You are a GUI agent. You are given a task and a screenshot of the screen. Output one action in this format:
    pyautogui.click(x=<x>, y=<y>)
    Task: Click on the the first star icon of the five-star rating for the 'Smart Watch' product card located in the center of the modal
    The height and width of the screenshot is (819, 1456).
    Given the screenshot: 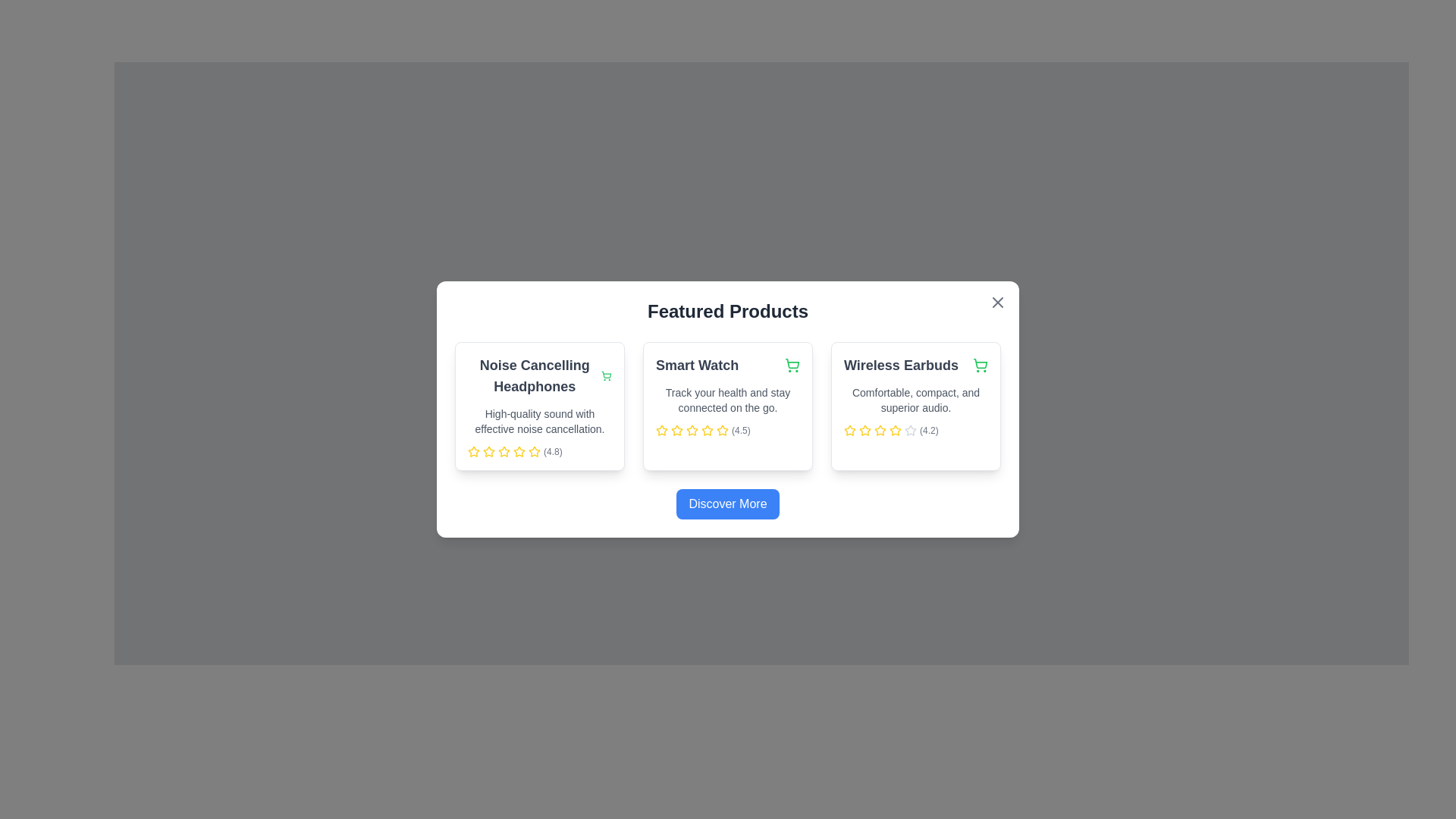 What is the action you would take?
    pyautogui.click(x=662, y=430)
    